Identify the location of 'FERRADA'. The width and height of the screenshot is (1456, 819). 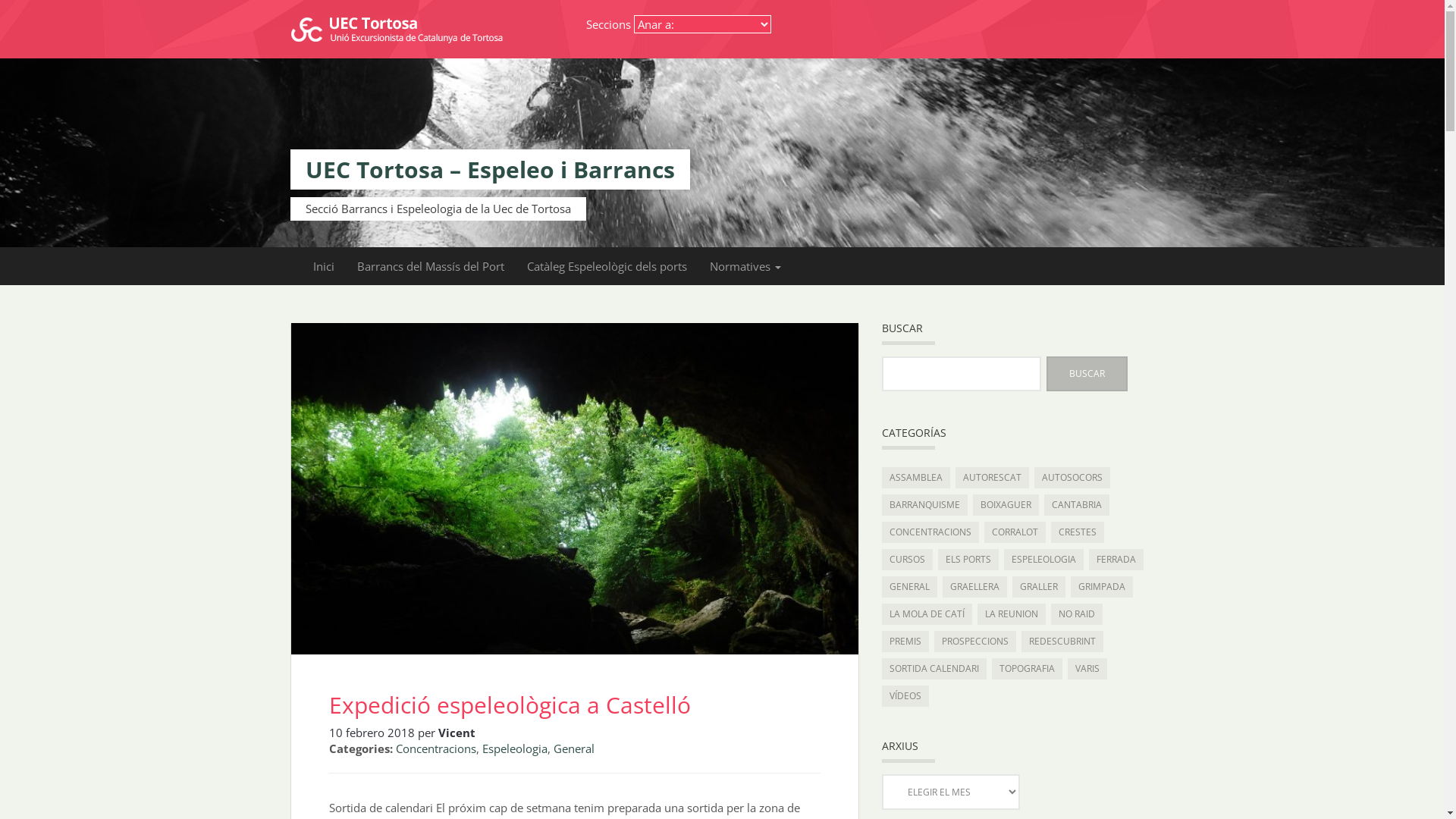
(1087, 559).